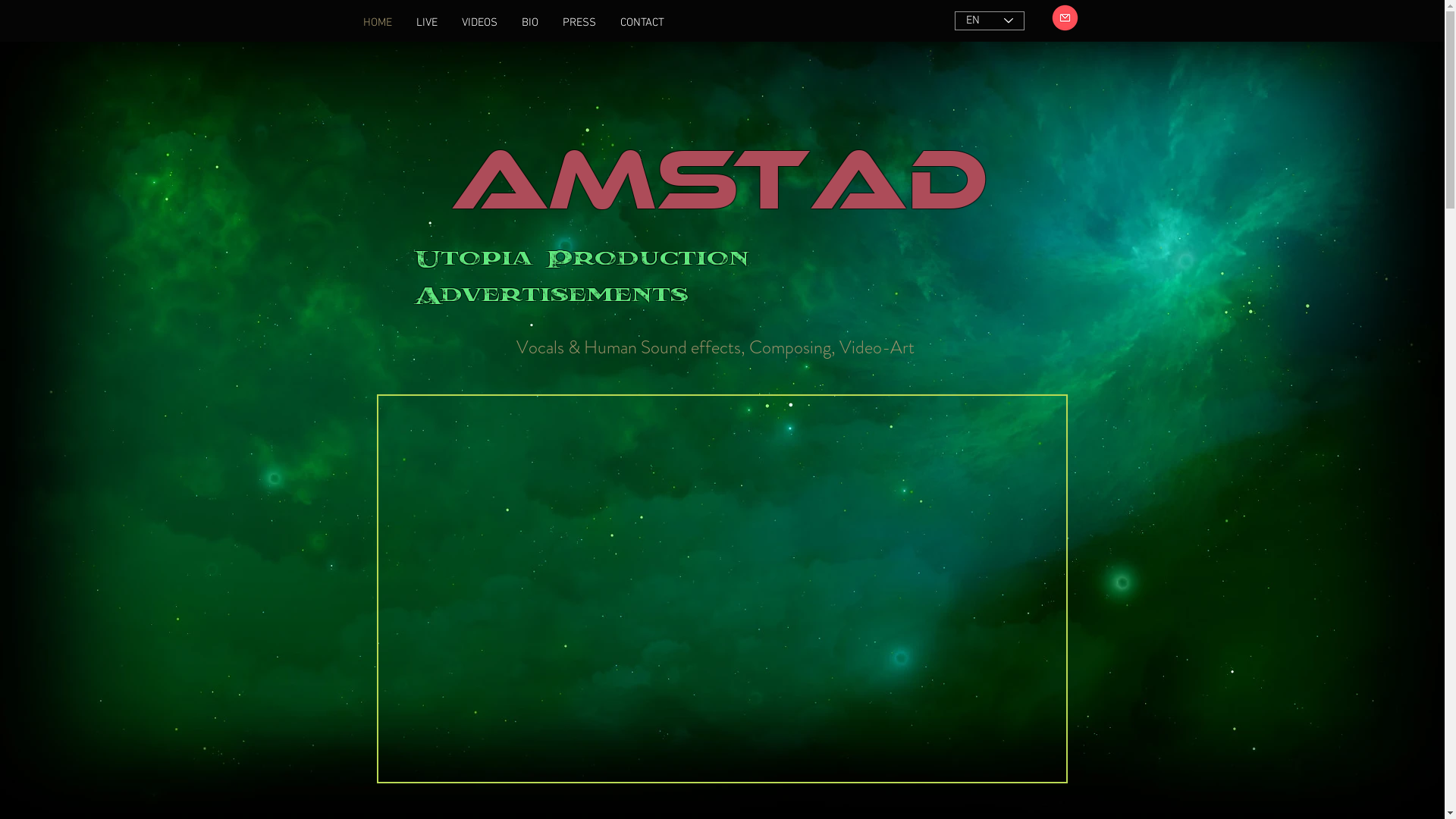 This screenshot has width=1456, height=819. I want to click on 'LIVE', so click(425, 23).